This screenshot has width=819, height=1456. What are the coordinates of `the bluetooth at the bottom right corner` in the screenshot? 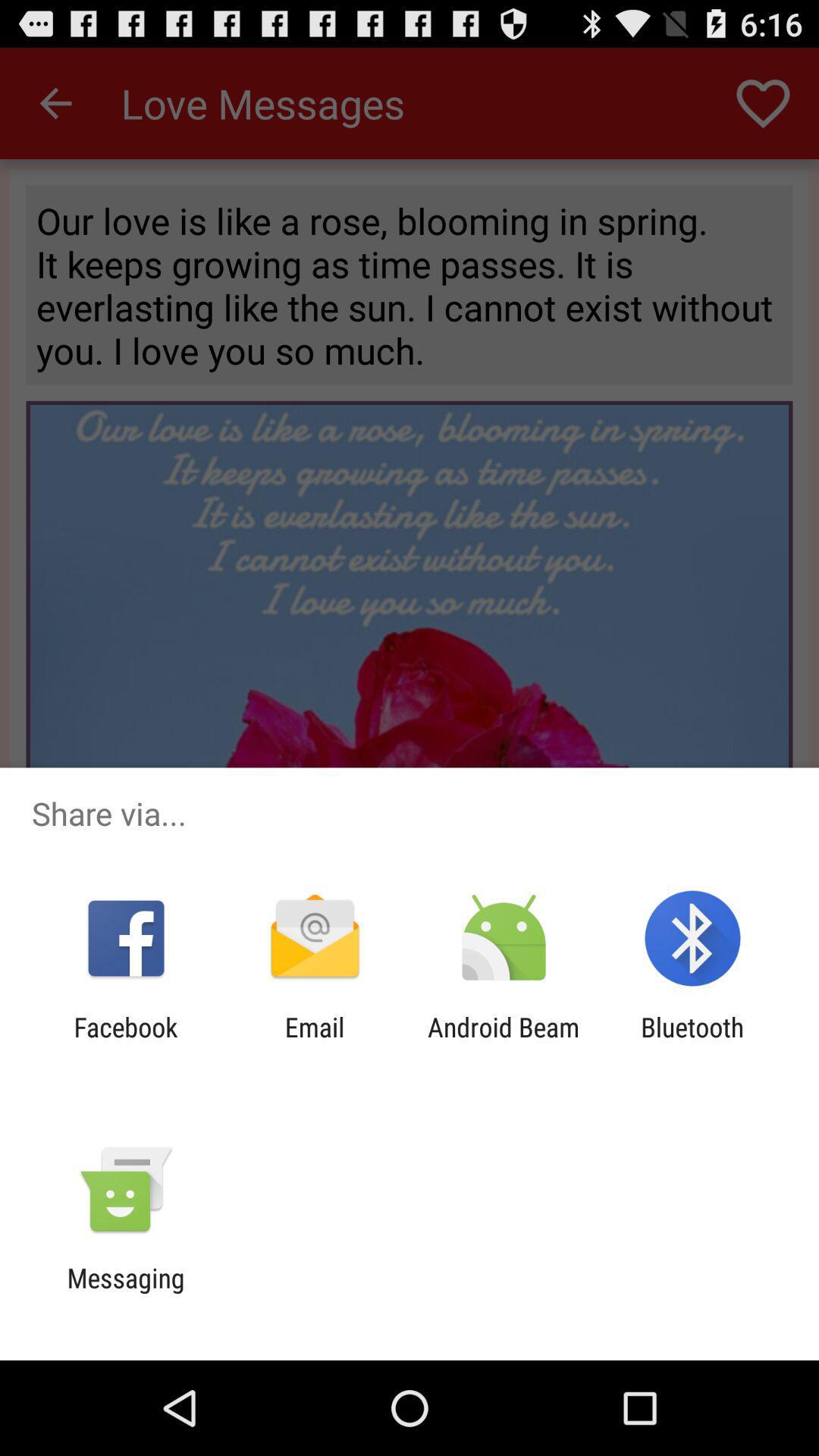 It's located at (692, 1042).